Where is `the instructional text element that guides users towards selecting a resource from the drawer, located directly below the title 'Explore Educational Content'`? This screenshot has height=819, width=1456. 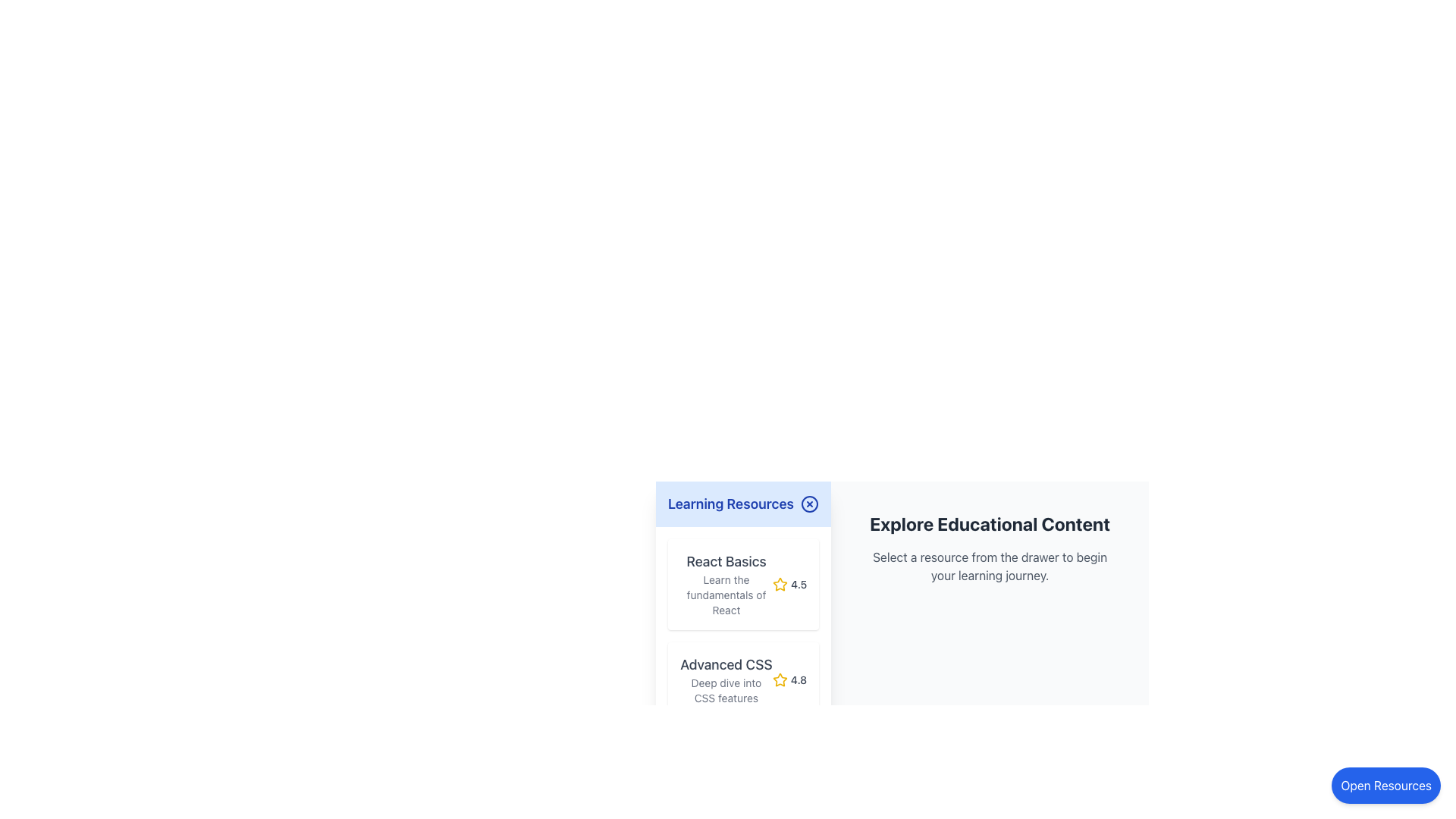 the instructional text element that guides users towards selecting a resource from the drawer, located directly below the title 'Explore Educational Content' is located at coordinates (990, 566).